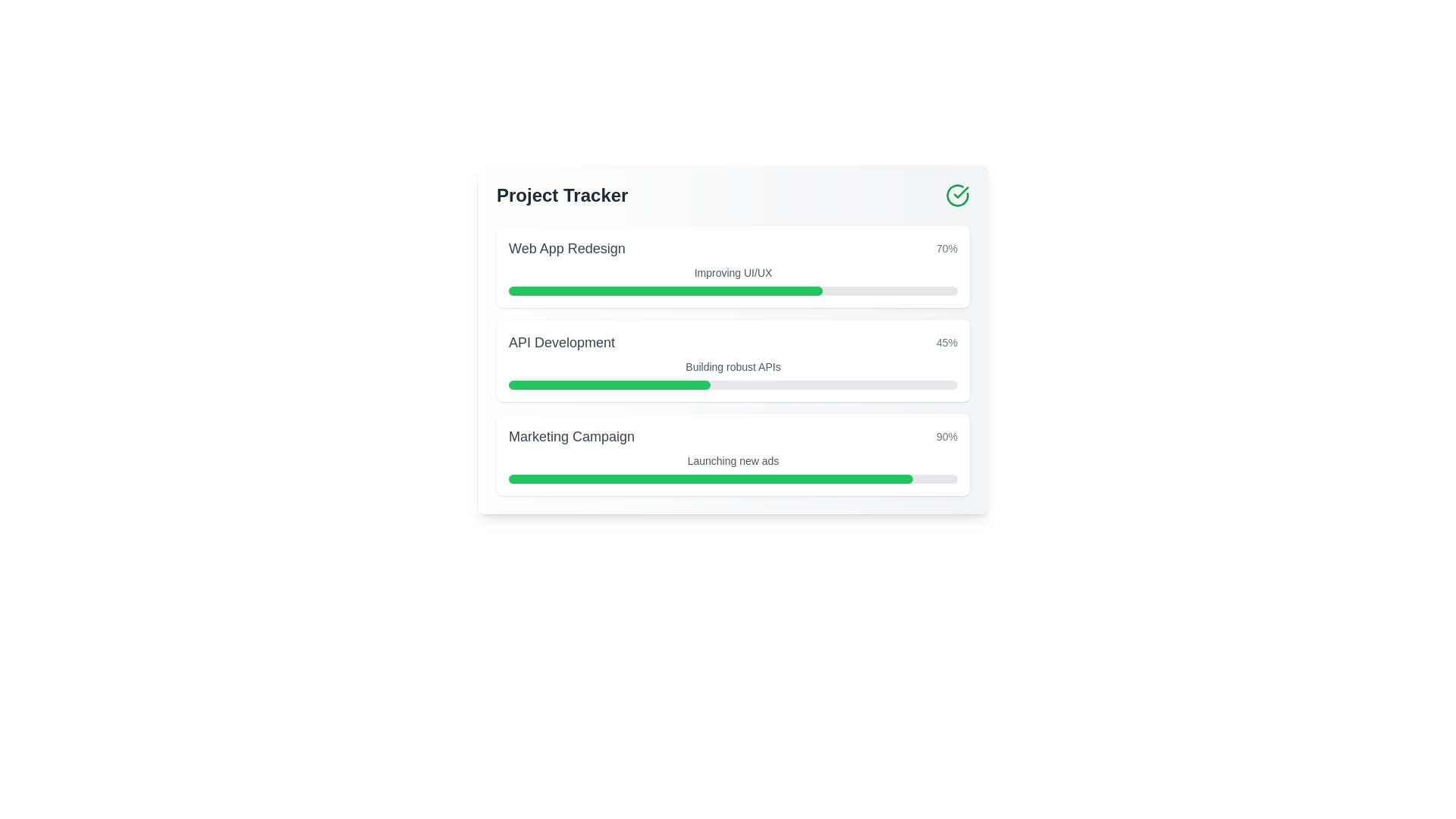 The width and height of the screenshot is (1456, 819). I want to click on the text label displaying 'Marketing Campaign' which is a medium-sized, bold font in gray color located in the bottom task section of a project tracker interface, so click(570, 436).